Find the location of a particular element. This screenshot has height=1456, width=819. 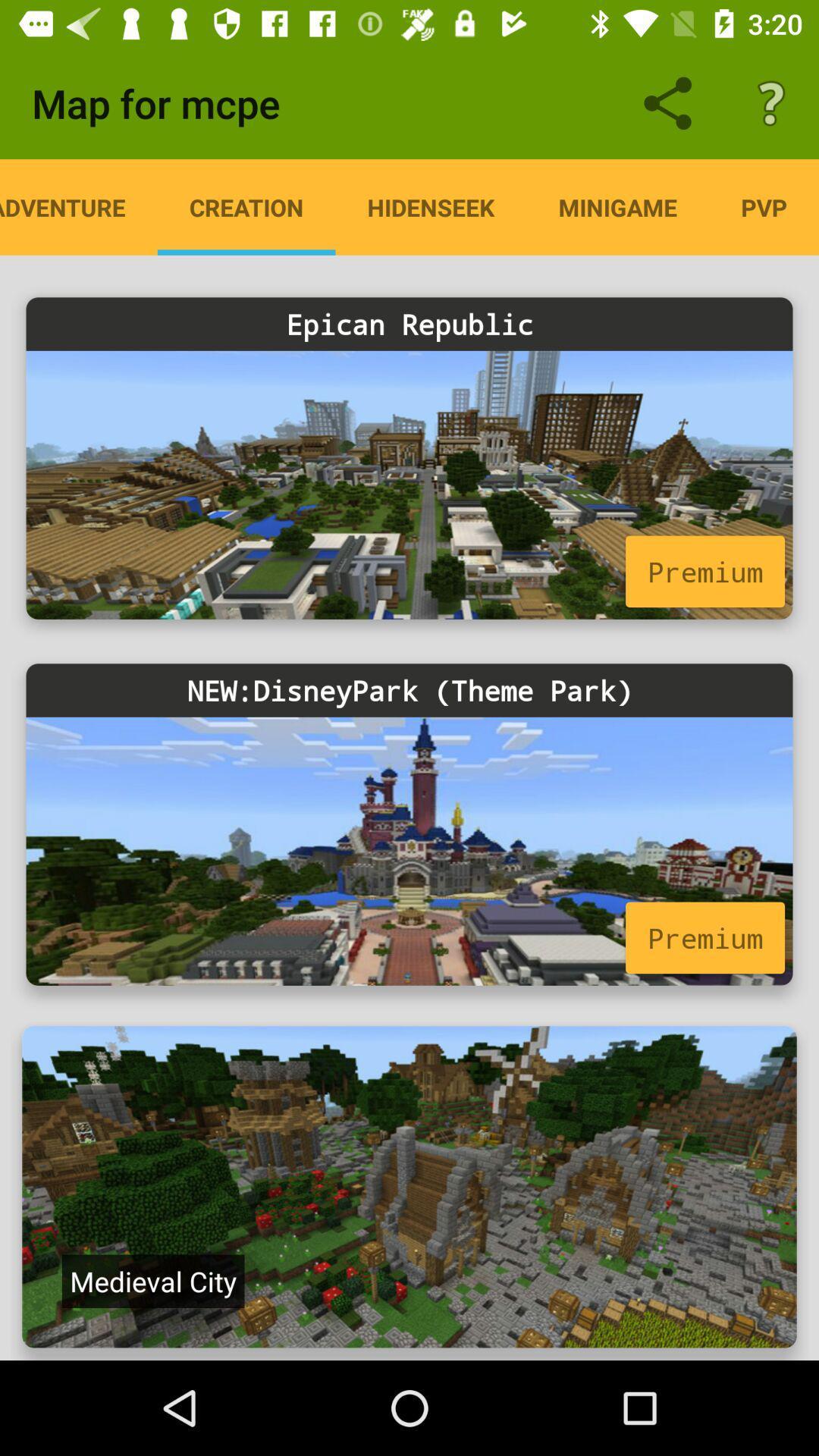

the share icon left to the question mark is located at coordinates (667, 103).